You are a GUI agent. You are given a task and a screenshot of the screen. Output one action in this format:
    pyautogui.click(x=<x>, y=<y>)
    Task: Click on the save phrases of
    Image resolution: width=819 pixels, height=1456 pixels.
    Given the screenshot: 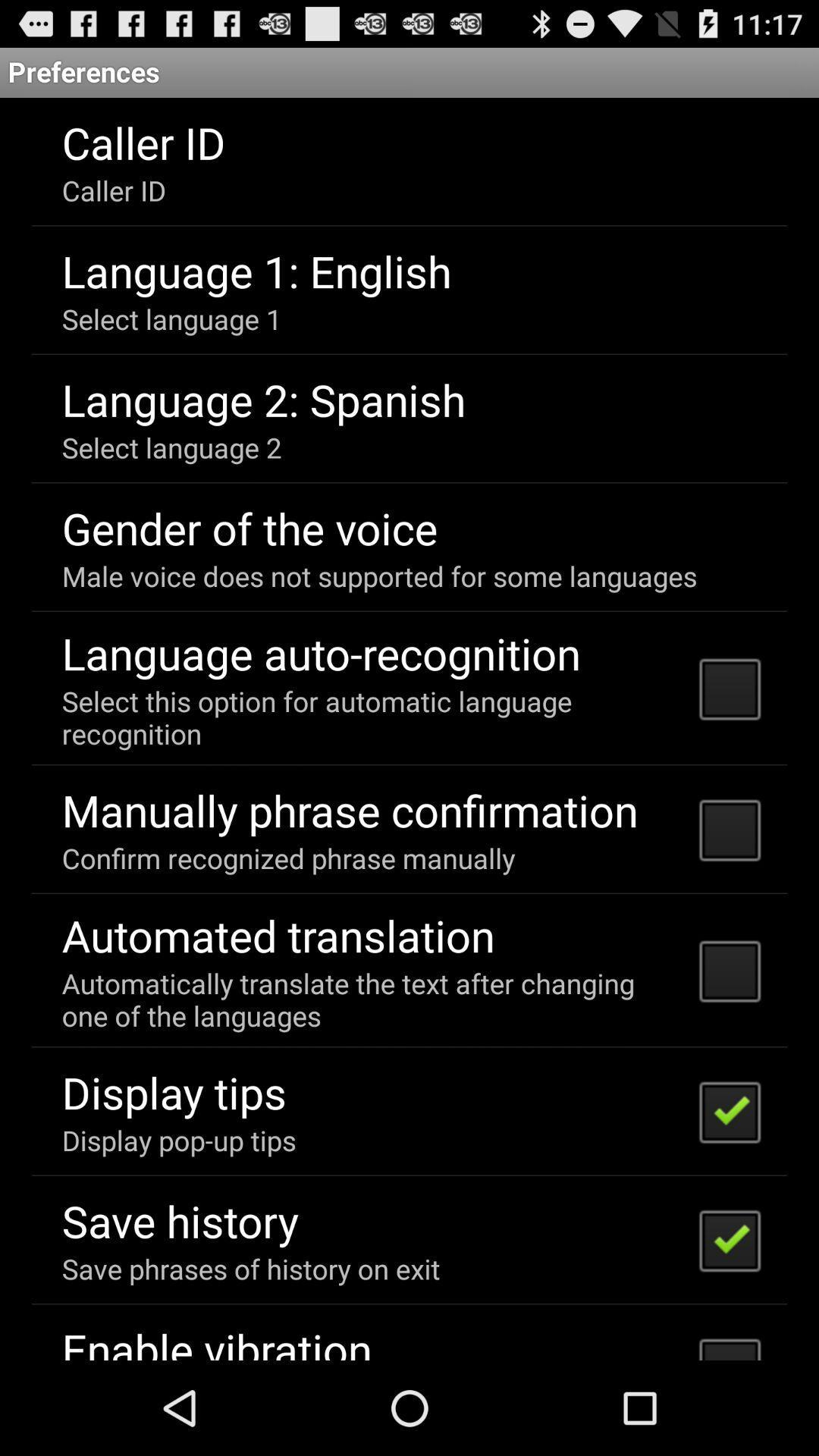 What is the action you would take?
    pyautogui.click(x=250, y=1269)
    